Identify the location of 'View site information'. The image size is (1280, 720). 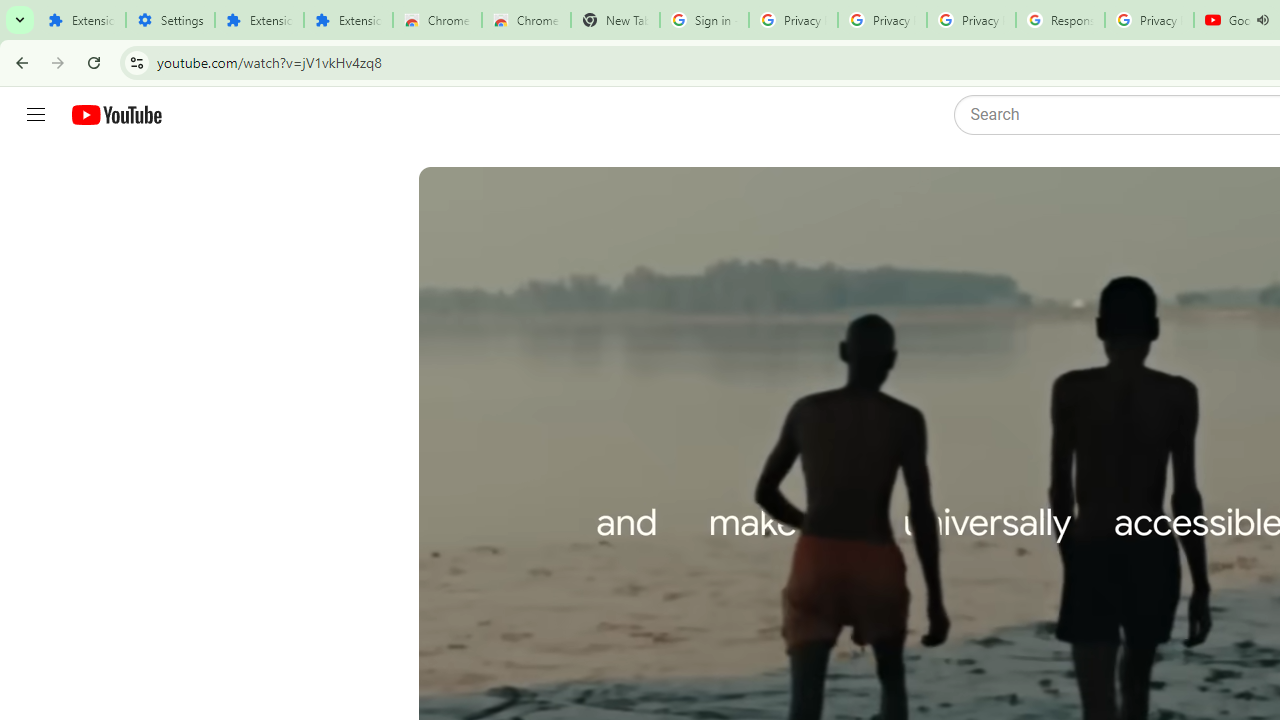
(135, 61).